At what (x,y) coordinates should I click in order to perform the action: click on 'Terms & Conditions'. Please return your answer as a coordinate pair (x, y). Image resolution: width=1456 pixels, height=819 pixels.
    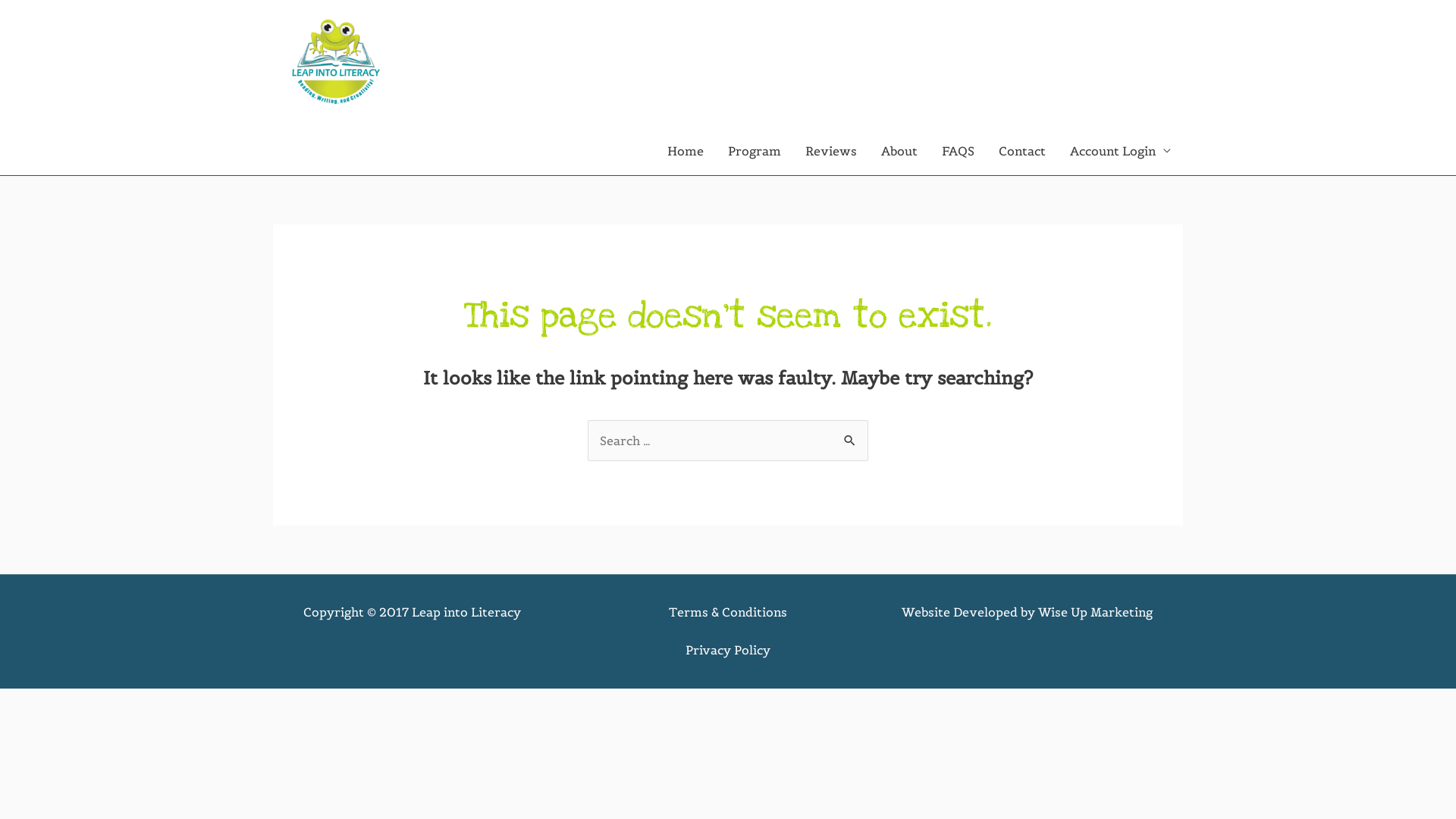
    Looking at the image, I should click on (728, 610).